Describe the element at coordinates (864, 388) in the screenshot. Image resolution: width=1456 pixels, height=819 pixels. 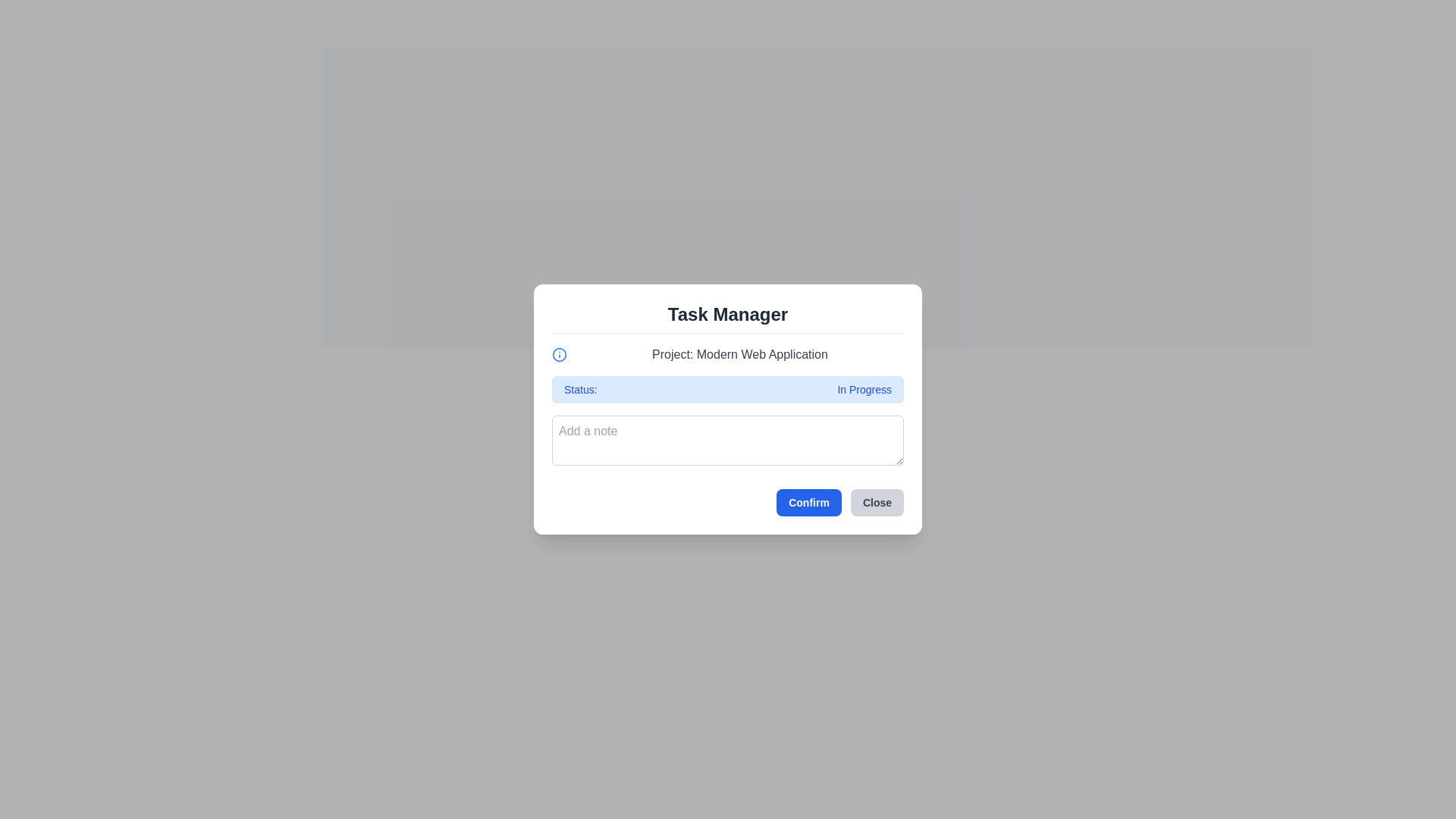
I see `the 'In Progress' static text label styled in blue, located in the upper right area of the 'Task Manager' modal dialog, to the right of the 'Status:' label` at that location.